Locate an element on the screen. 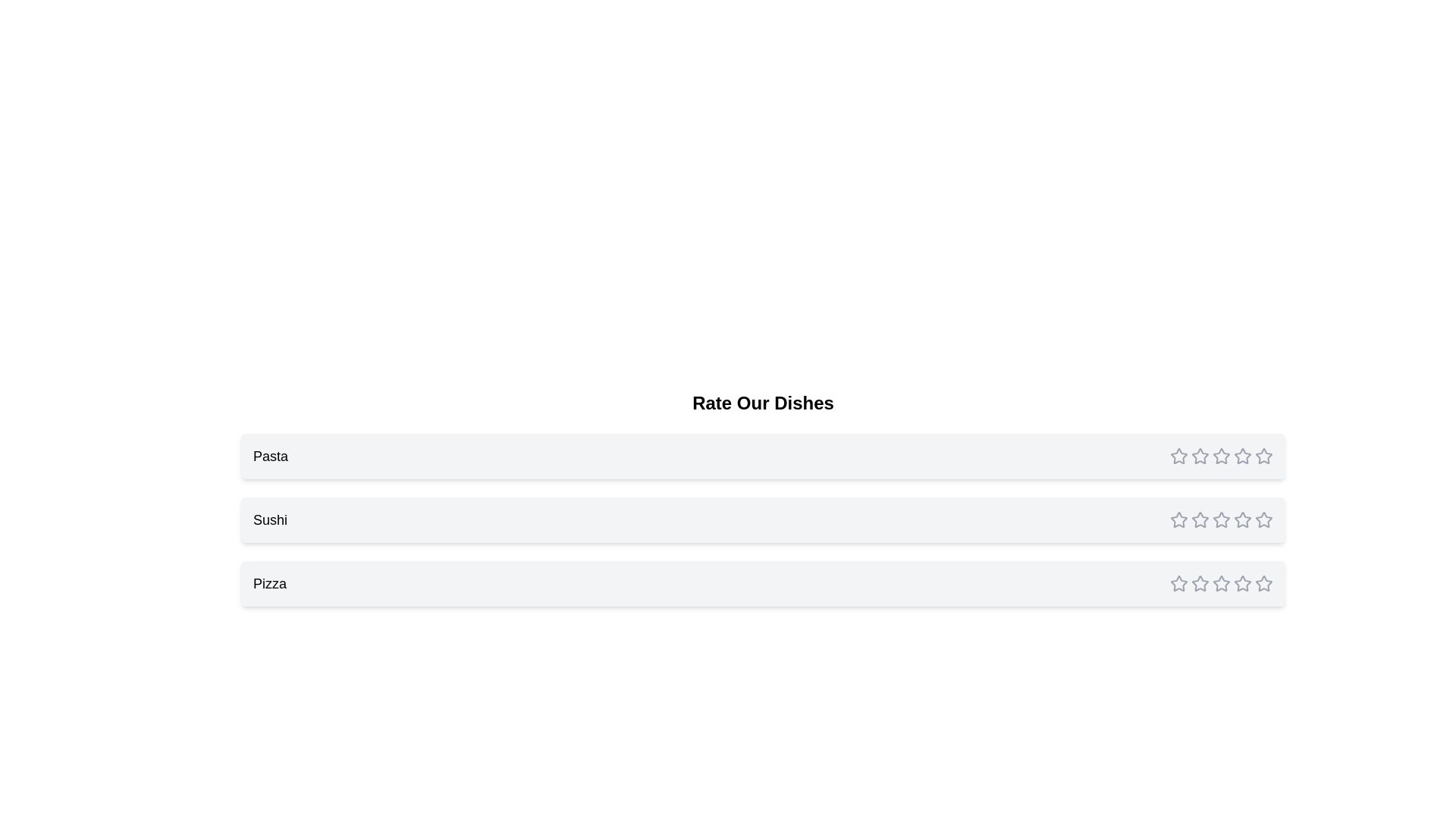 The image size is (1456, 819). the fourth star icon in the rating system for 'Pizza' to indicate a four-star rating is located at coordinates (1241, 582).